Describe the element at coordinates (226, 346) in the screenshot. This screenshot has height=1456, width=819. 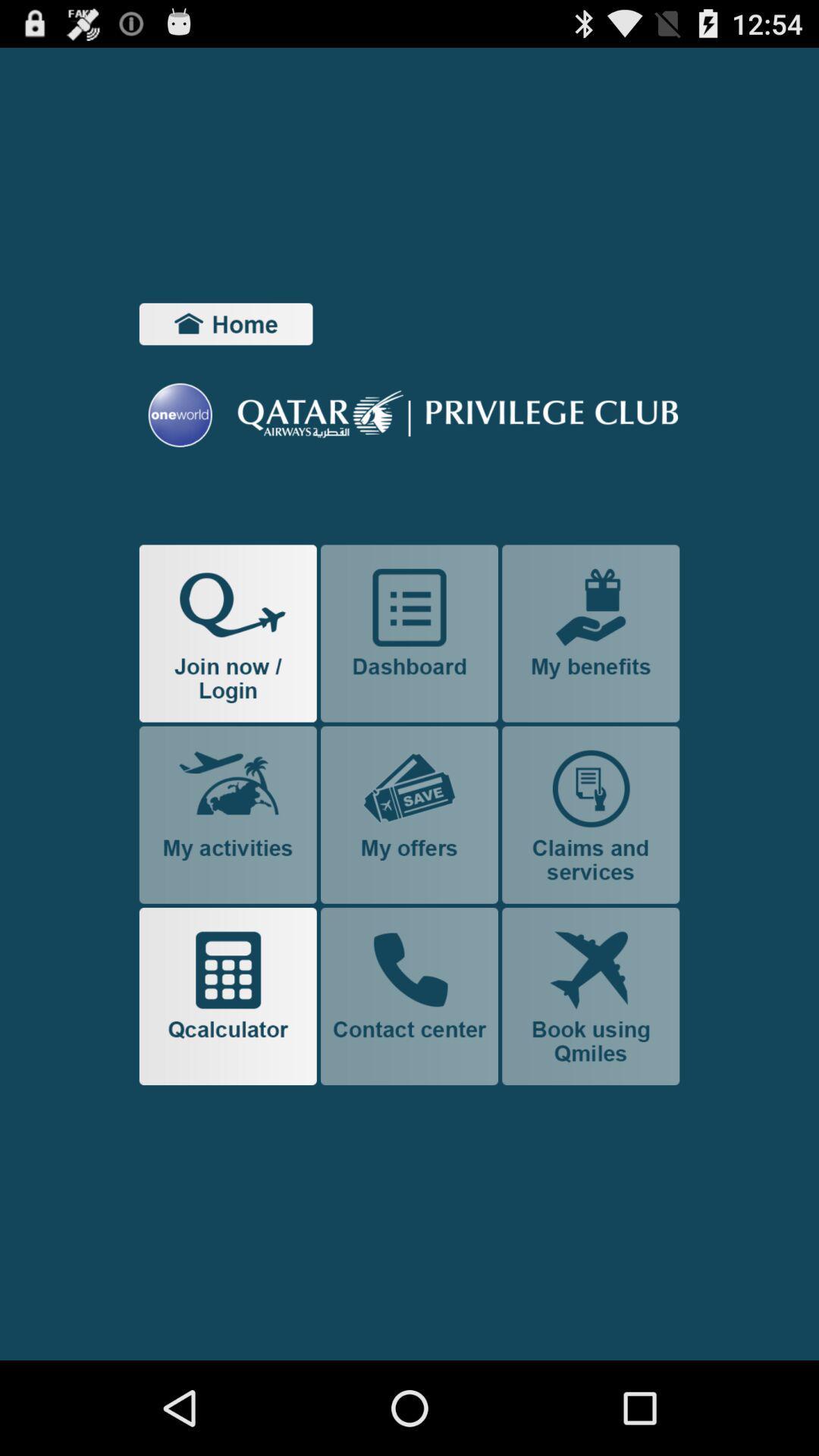
I see `the date_range icon` at that location.